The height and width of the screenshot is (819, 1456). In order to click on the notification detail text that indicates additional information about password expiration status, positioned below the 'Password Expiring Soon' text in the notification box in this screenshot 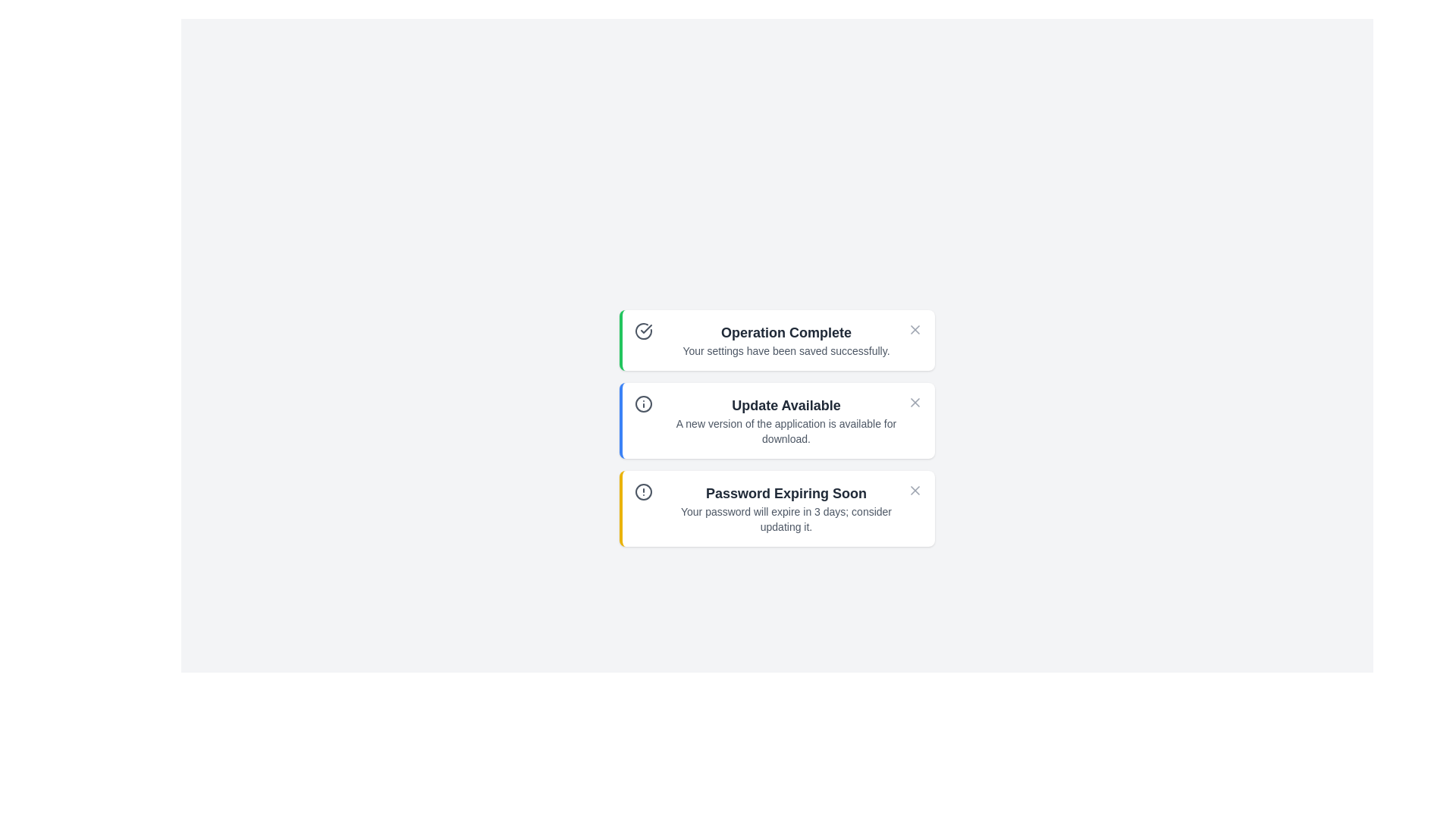, I will do `click(786, 519)`.